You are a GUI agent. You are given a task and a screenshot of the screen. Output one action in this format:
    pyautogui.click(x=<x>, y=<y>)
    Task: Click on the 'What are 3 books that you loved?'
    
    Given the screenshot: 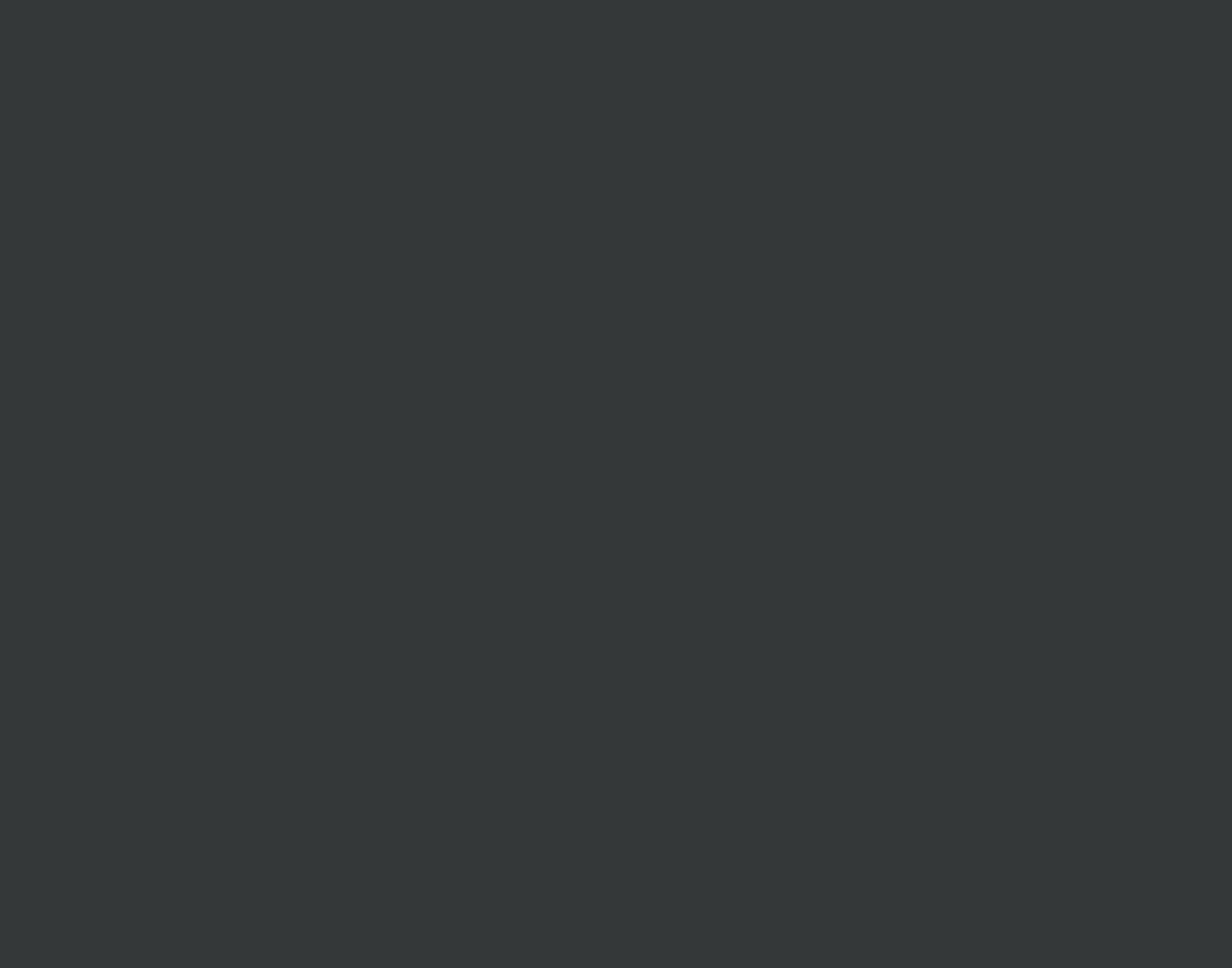 What is the action you would take?
    pyautogui.click(x=657, y=107)
    